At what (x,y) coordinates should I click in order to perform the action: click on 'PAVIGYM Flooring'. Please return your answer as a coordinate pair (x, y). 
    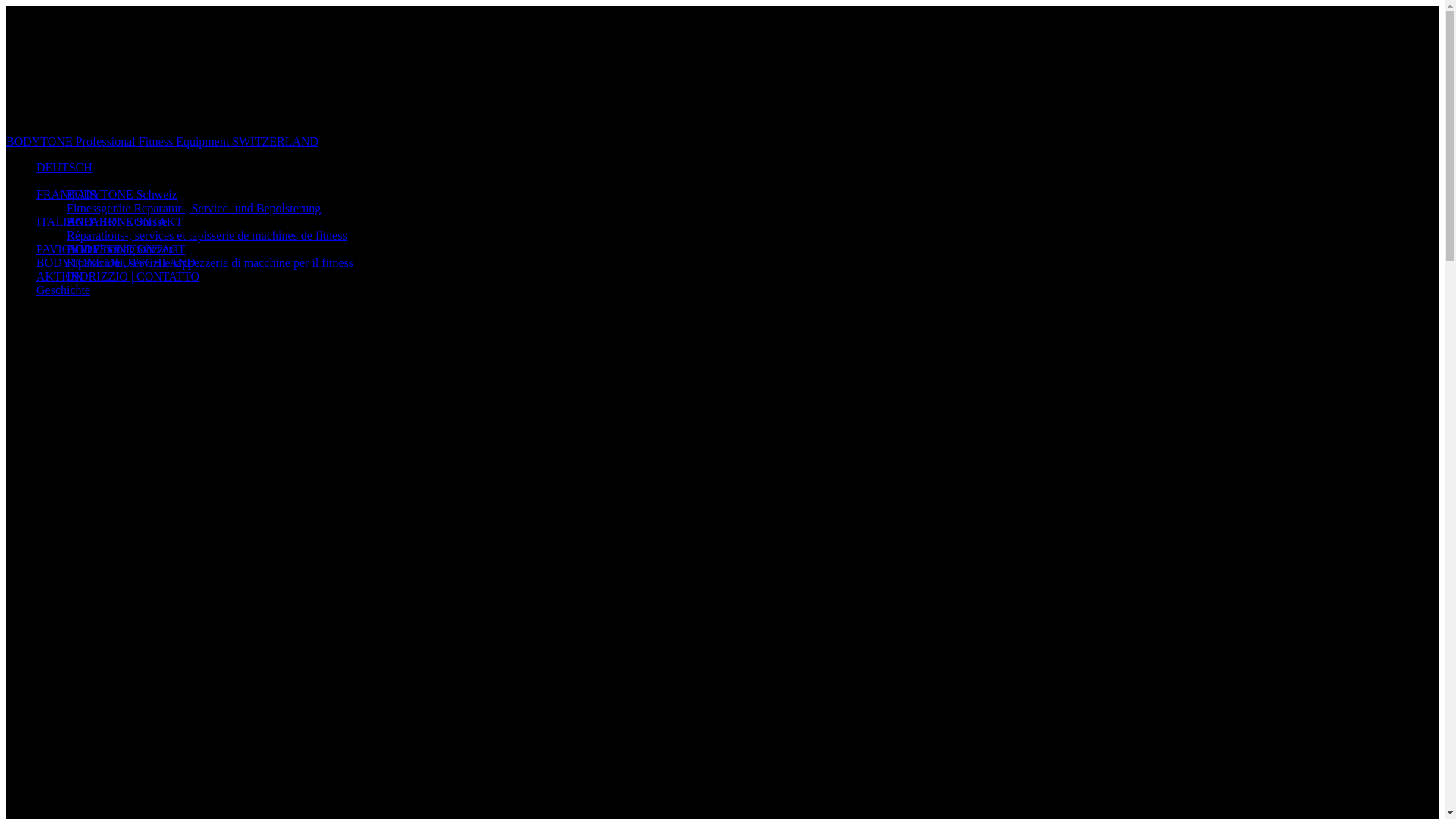
    Looking at the image, I should click on (85, 248).